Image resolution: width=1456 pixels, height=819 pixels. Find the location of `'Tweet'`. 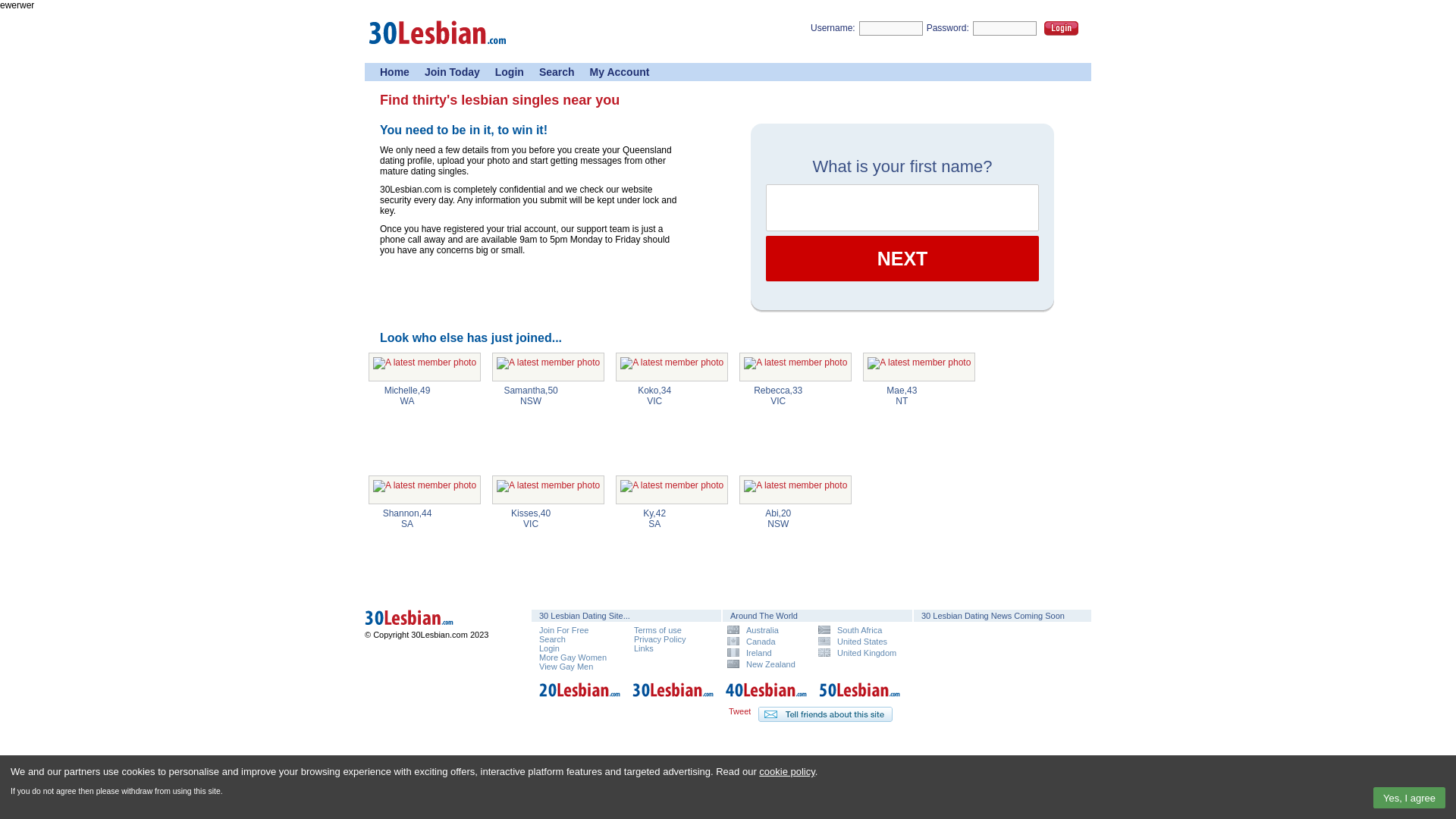

'Tweet' is located at coordinates (728, 711).